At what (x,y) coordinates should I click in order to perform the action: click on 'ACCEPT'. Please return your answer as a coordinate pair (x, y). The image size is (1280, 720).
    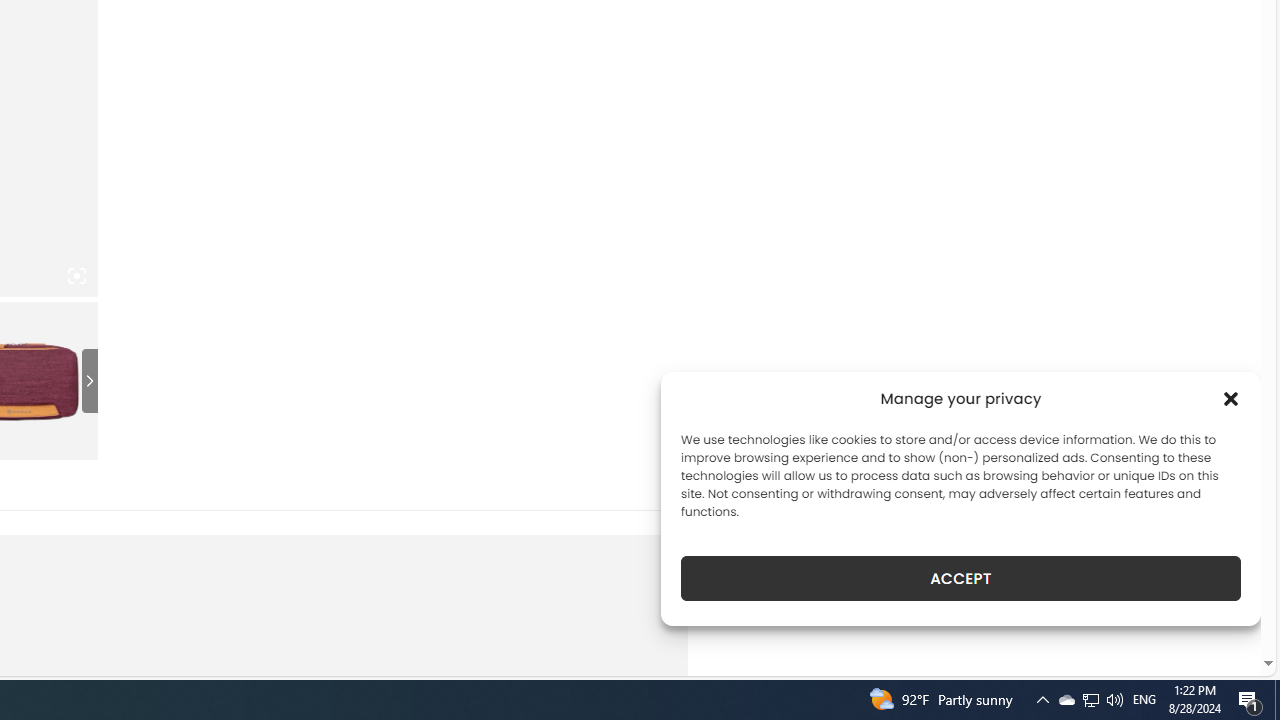
    Looking at the image, I should click on (961, 578).